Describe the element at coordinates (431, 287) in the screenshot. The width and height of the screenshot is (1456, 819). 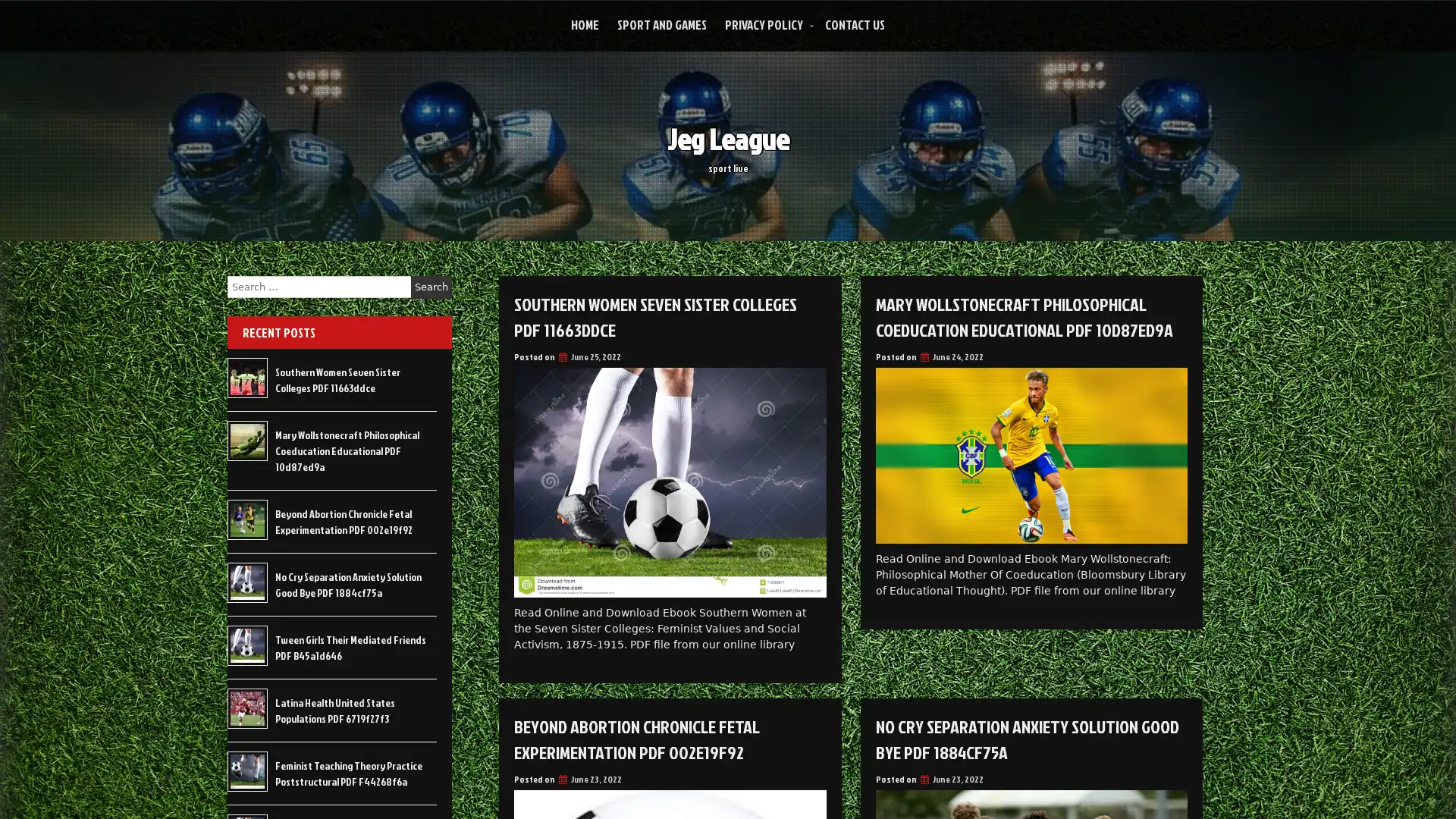
I see `Search` at that location.